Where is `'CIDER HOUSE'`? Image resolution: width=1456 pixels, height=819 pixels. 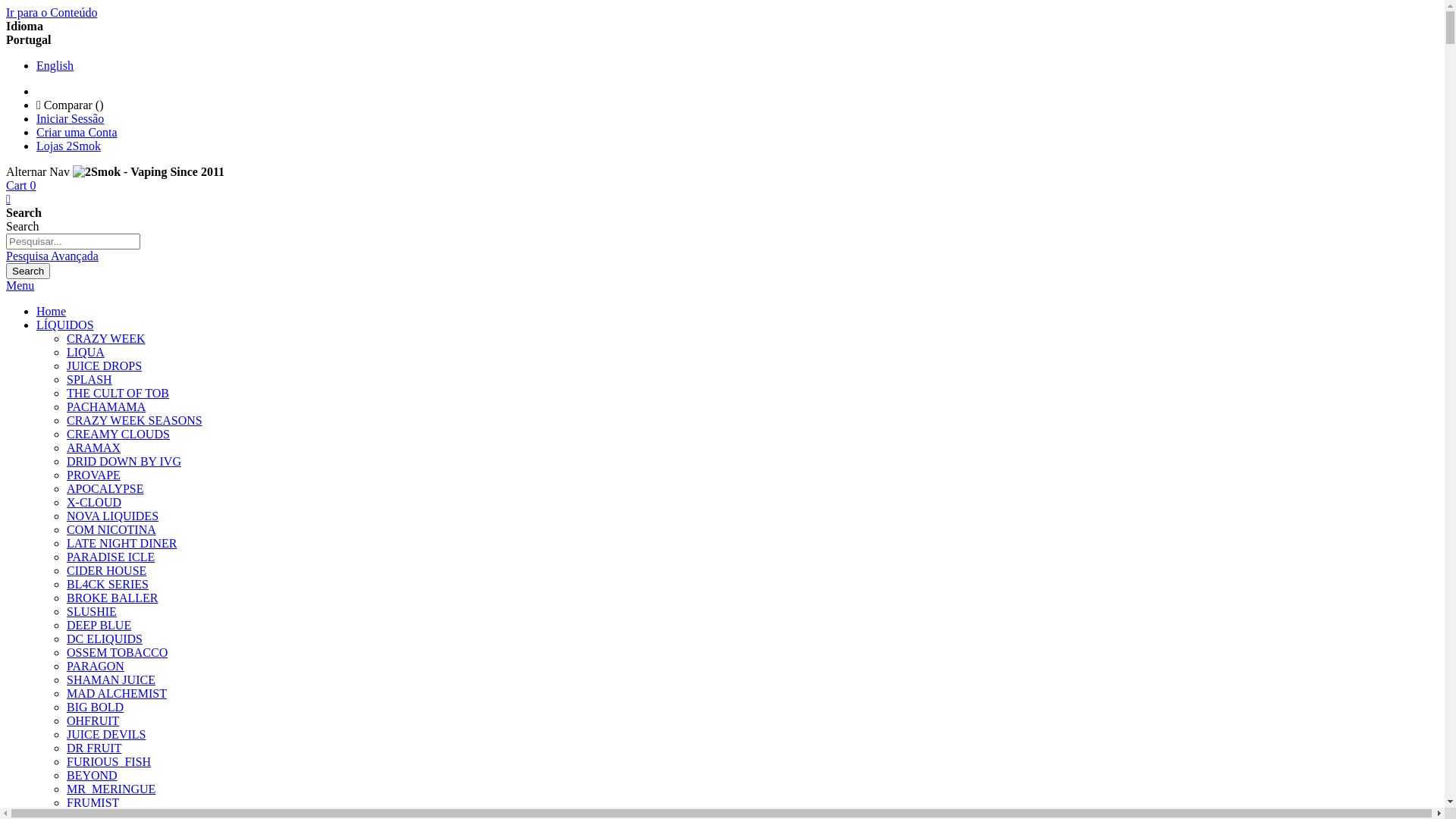
'CIDER HOUSE' is located at coordinates (105, 570).